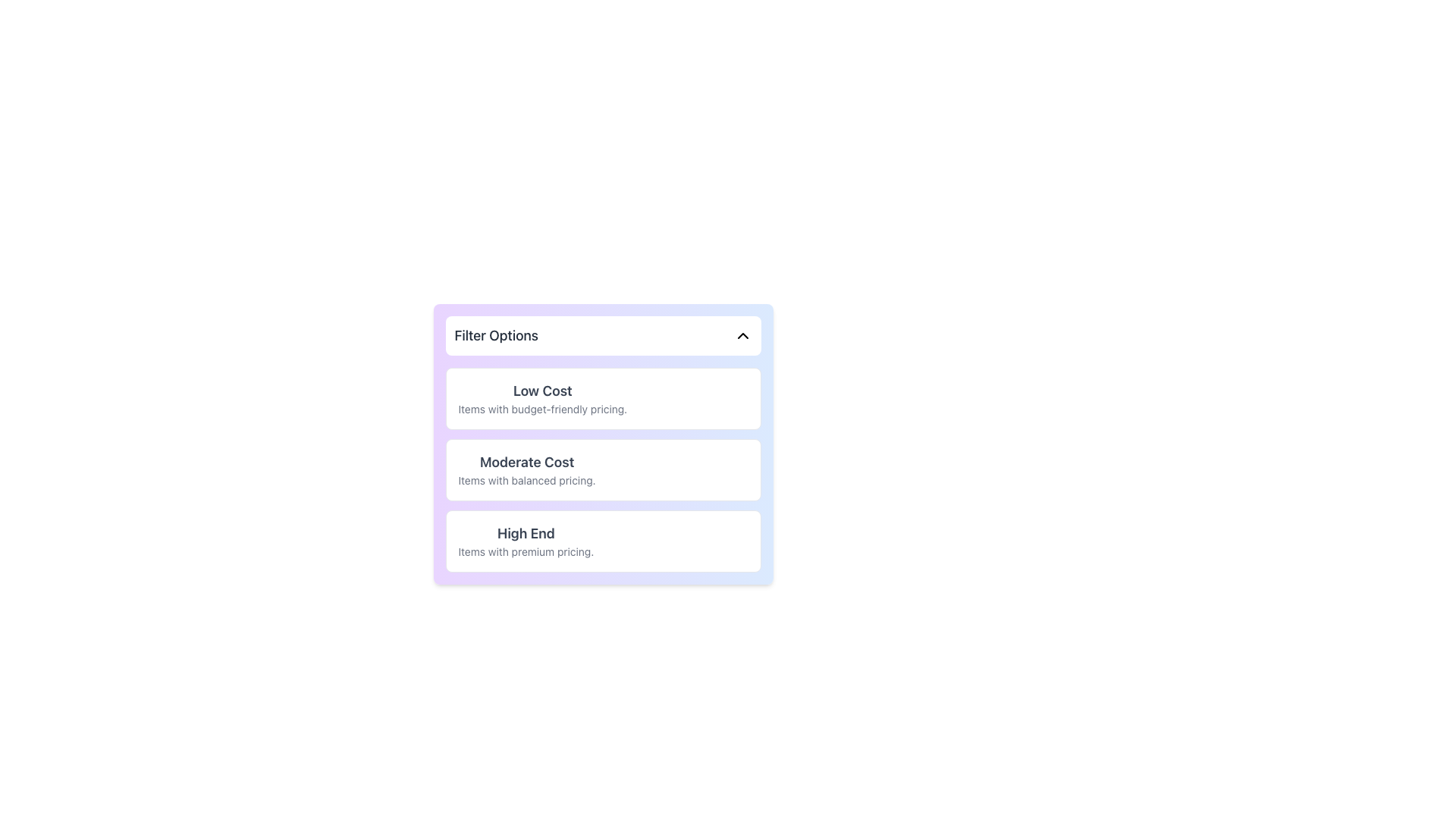 The image size is (1456, 819). I want to click on the 'Moderate Cost' filter option in the Filter Options menu, so click(527, 469).